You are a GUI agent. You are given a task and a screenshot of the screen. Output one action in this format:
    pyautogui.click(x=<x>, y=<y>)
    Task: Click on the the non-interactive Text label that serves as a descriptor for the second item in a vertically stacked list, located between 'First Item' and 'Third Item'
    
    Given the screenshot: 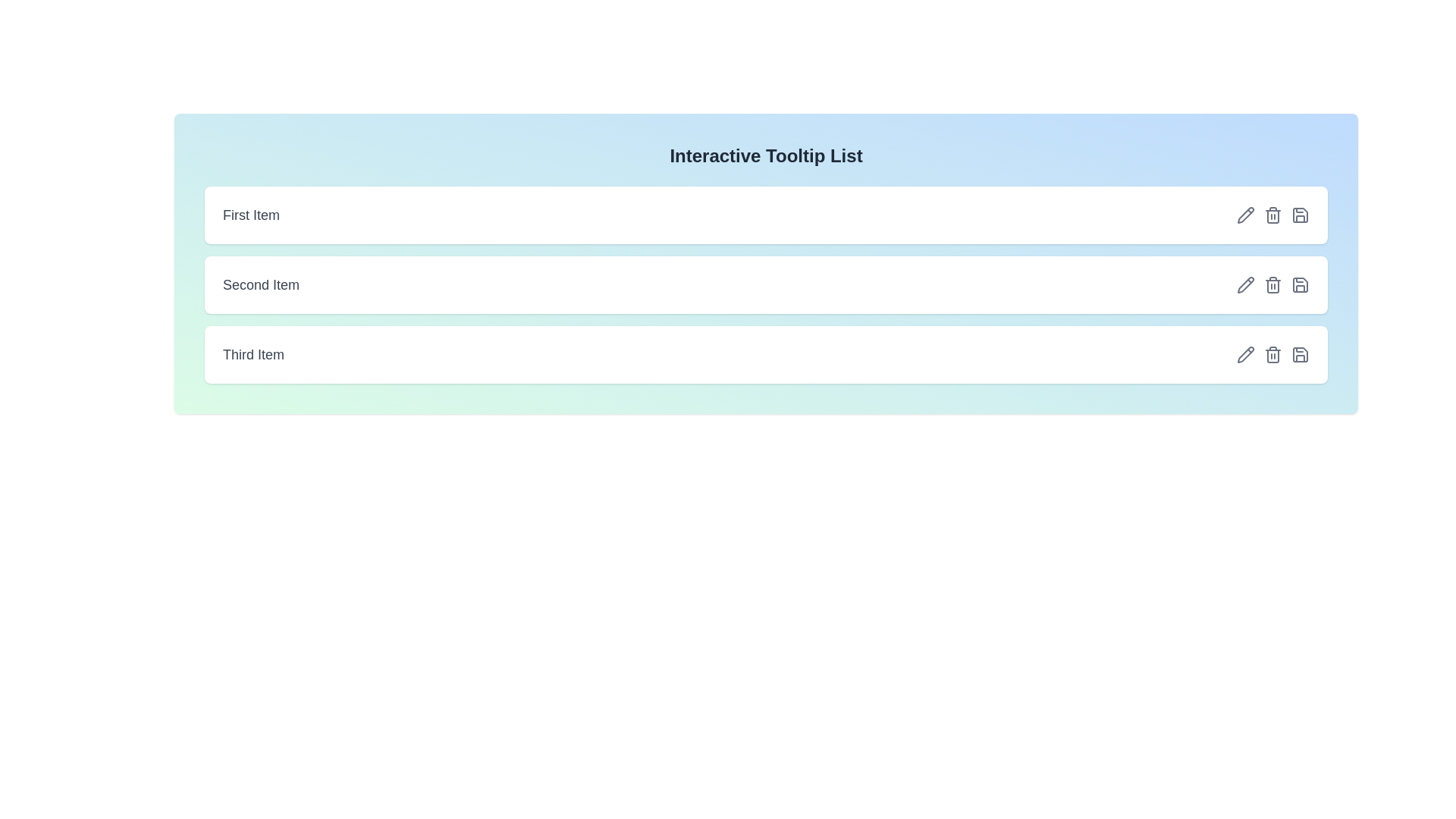 What is the action you would take?
    pyautogui.click(x=261, y=284)
    